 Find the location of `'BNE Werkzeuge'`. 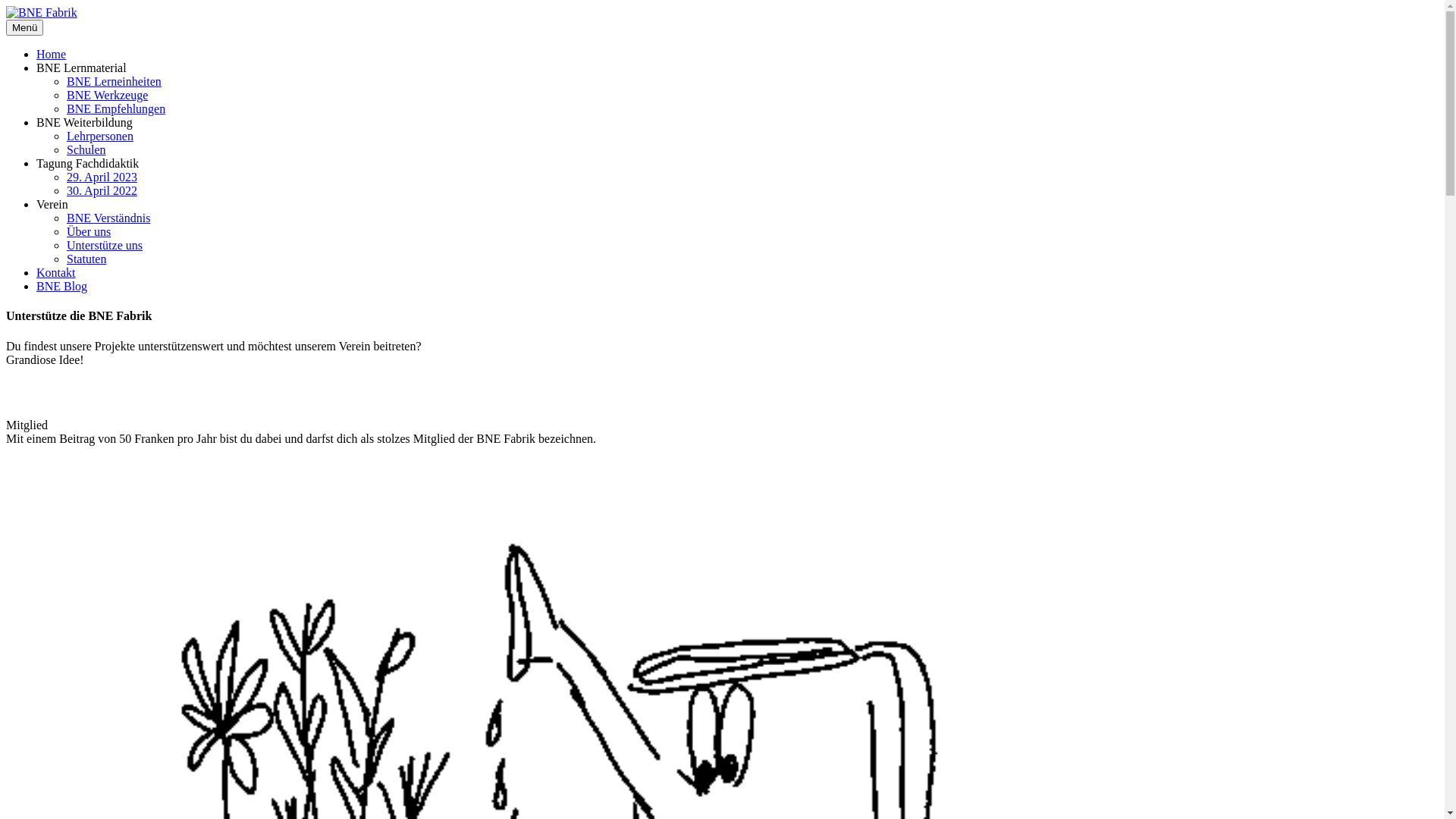

'BNE Werkzeuge' is located at coordinates (106, 95).